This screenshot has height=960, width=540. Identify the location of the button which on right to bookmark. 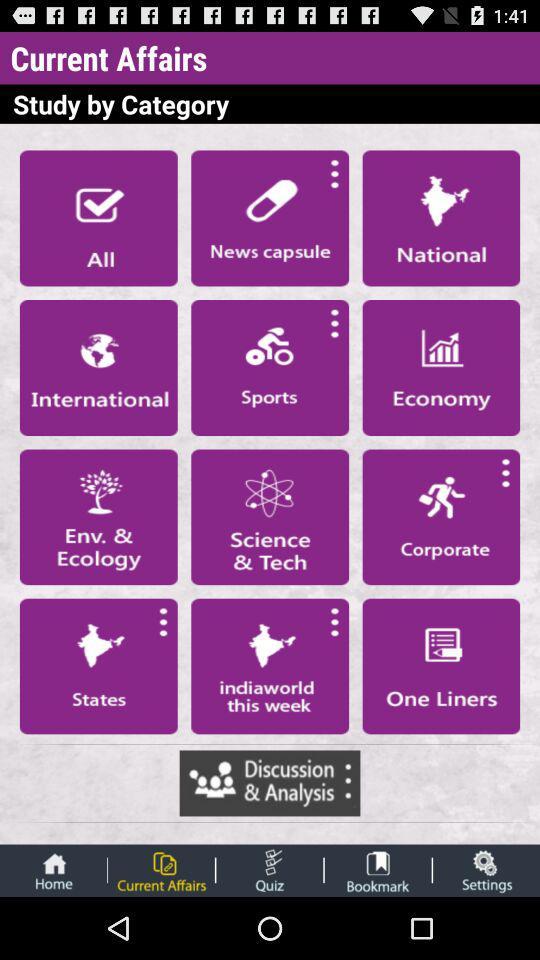
(485, 870).